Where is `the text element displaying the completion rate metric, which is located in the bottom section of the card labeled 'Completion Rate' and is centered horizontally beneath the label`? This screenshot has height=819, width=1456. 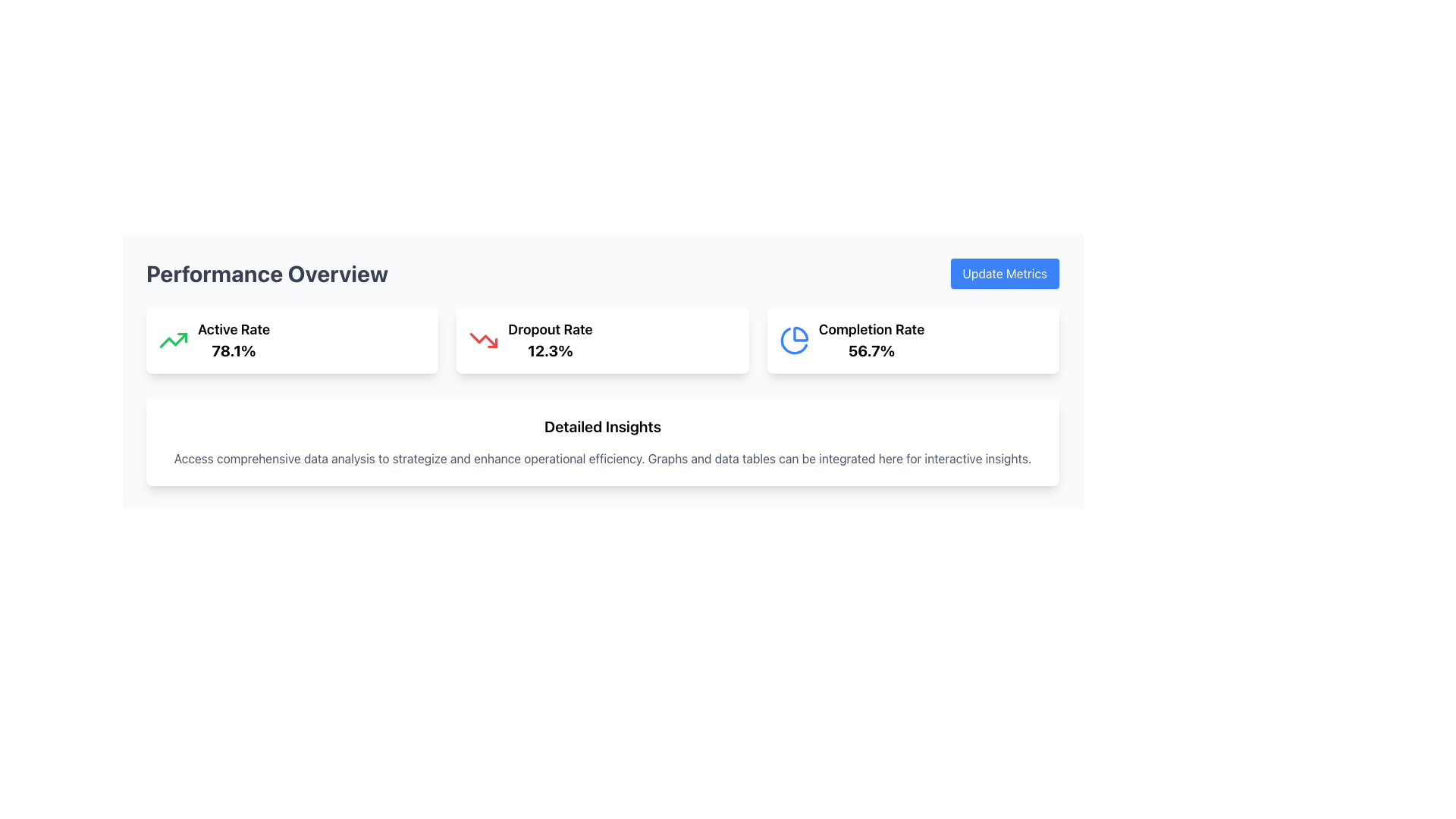 the text element displaying the completion rate metric, which is located in the bottom section of the card labeled 'Completion Rate' and is centered horizontally beneath the label is located at coordinates (871, 350).